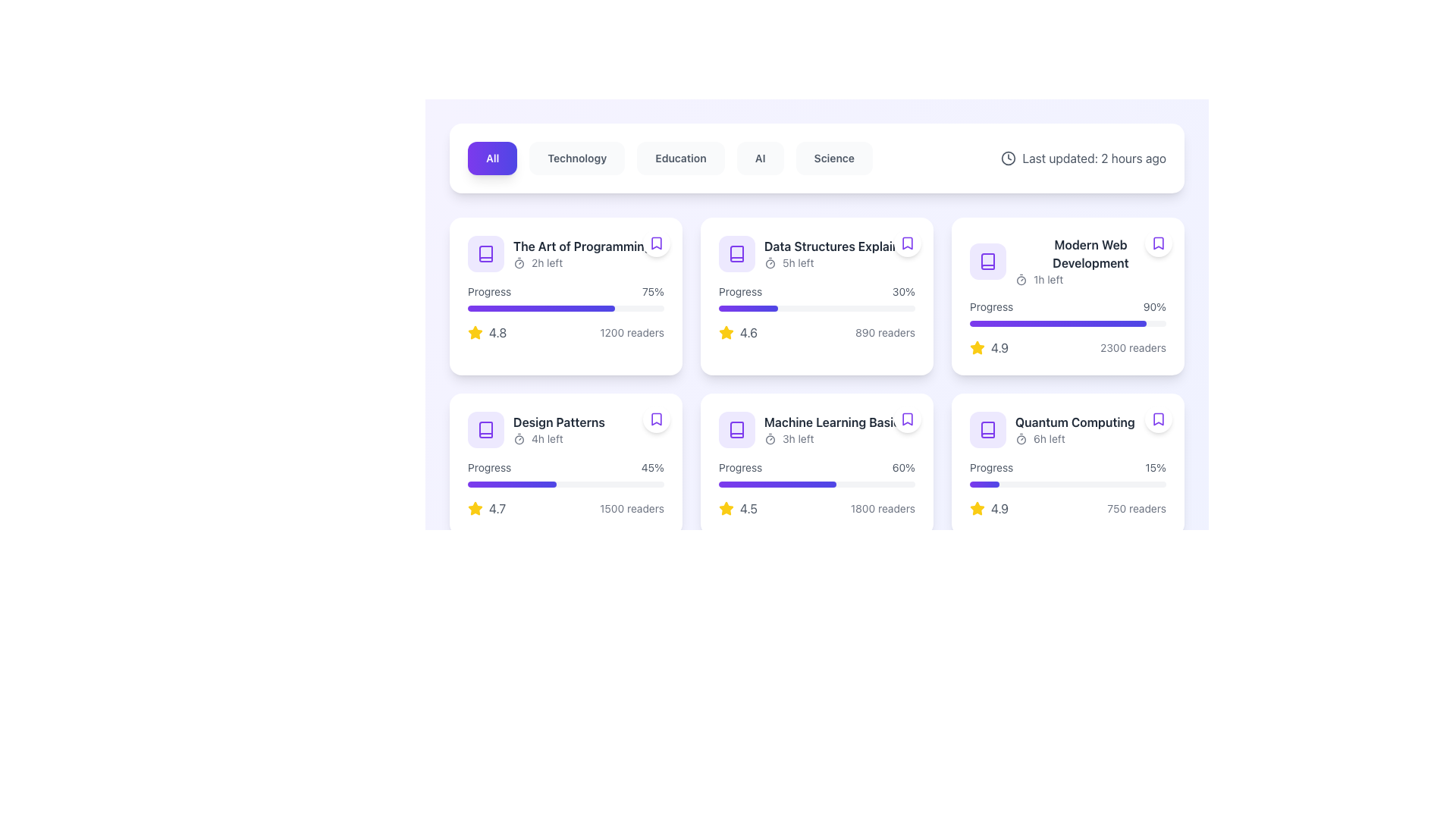 This screenshot has height=819, width=1456. What do you see at coordinates (519, 262) in the screenshot?
I see `the timer icon located to the left of the text '2h left' in the card for 'The Art of Programming'` at bounding box center [519, 262].